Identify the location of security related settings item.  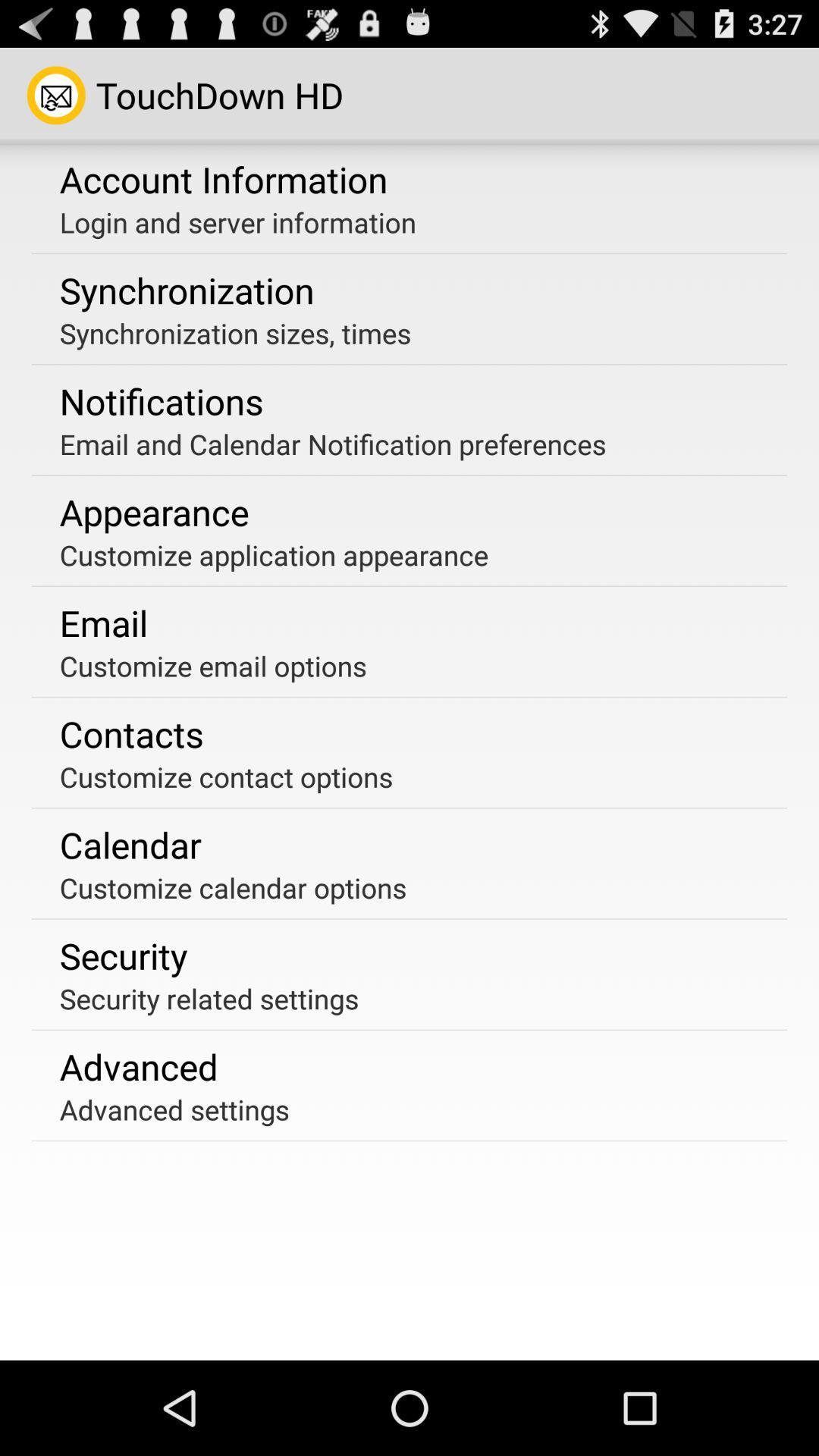
(209, 998).